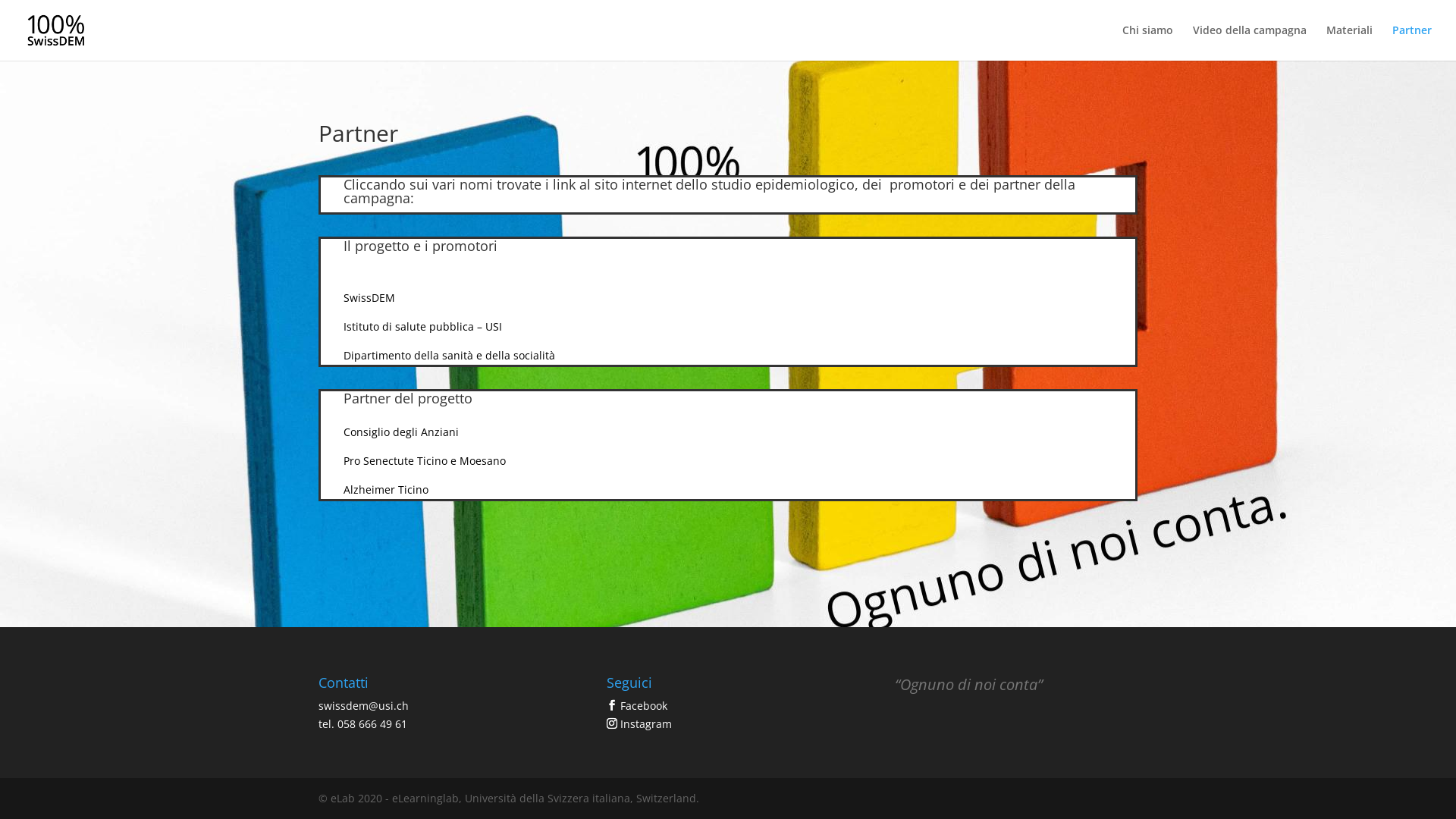 The height and width of the screenshot is (819, 1456). Describe the element at coordinates (342, 460) in the screenshot. I see `'Pro Senectute Ticino e Moesano'` at that location.